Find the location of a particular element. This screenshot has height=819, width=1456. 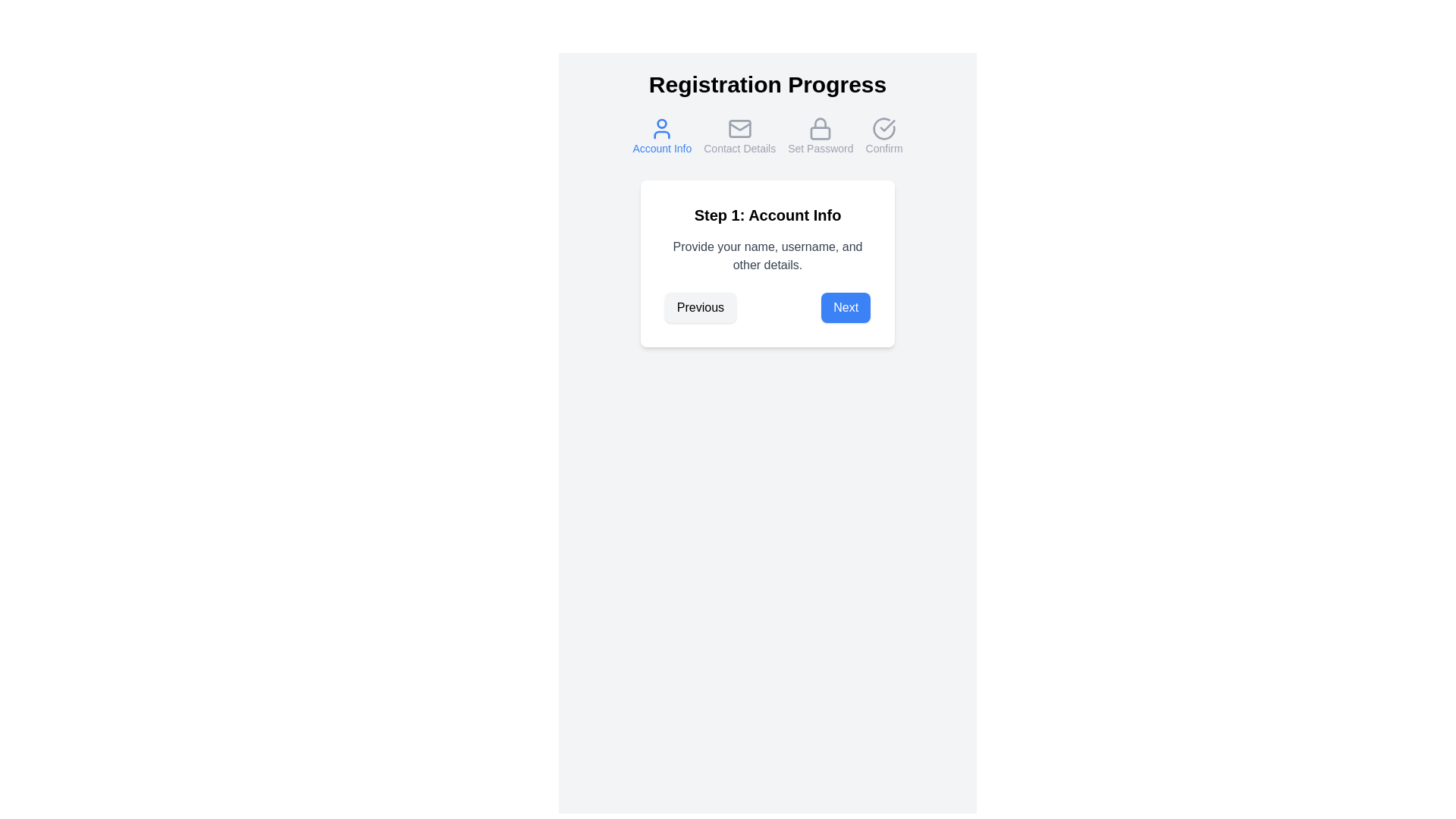

the blue person icon or the 'Account Info' text is located at coordinates (662, 136).